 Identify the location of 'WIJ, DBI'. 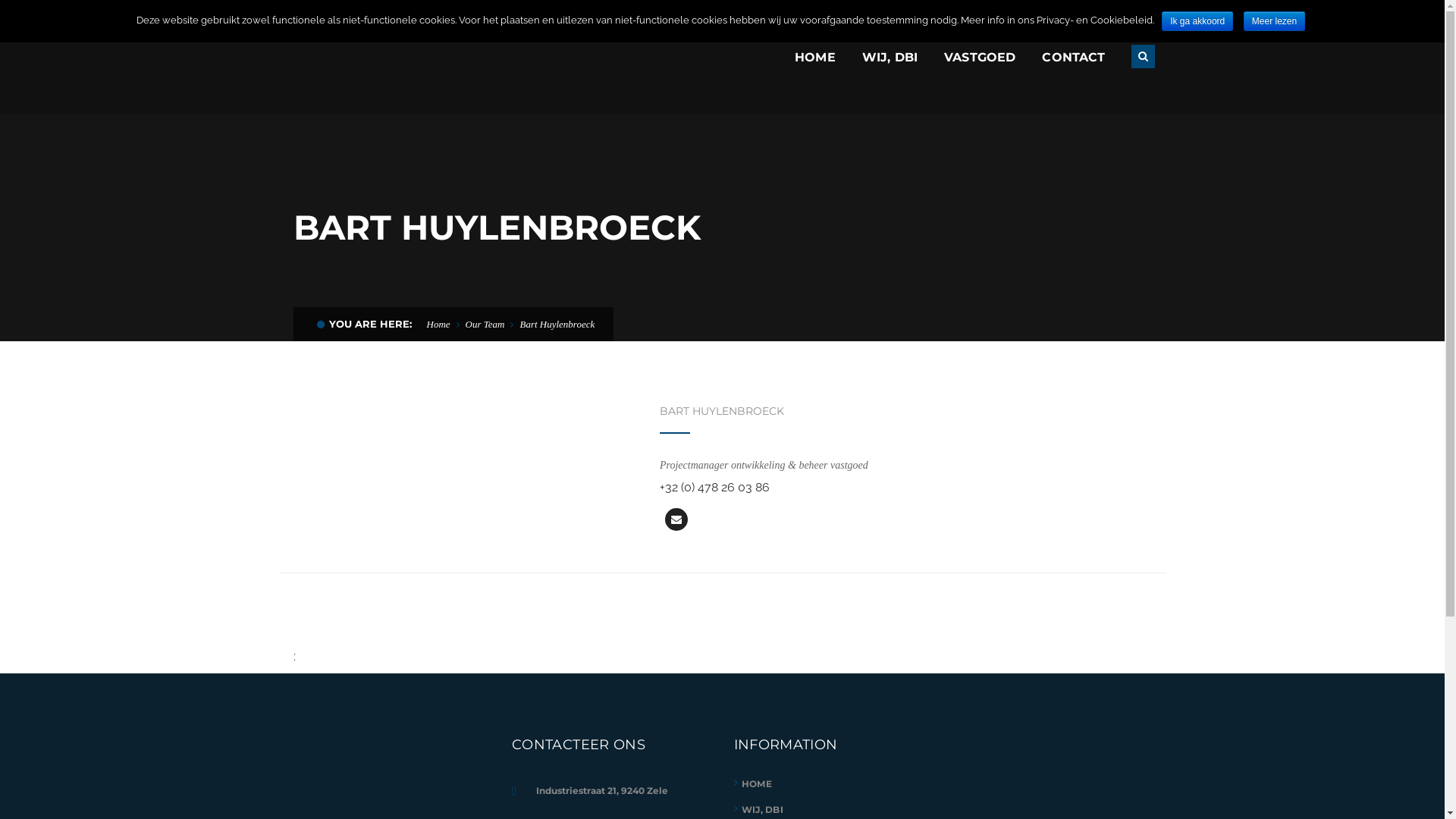
(862, 56).